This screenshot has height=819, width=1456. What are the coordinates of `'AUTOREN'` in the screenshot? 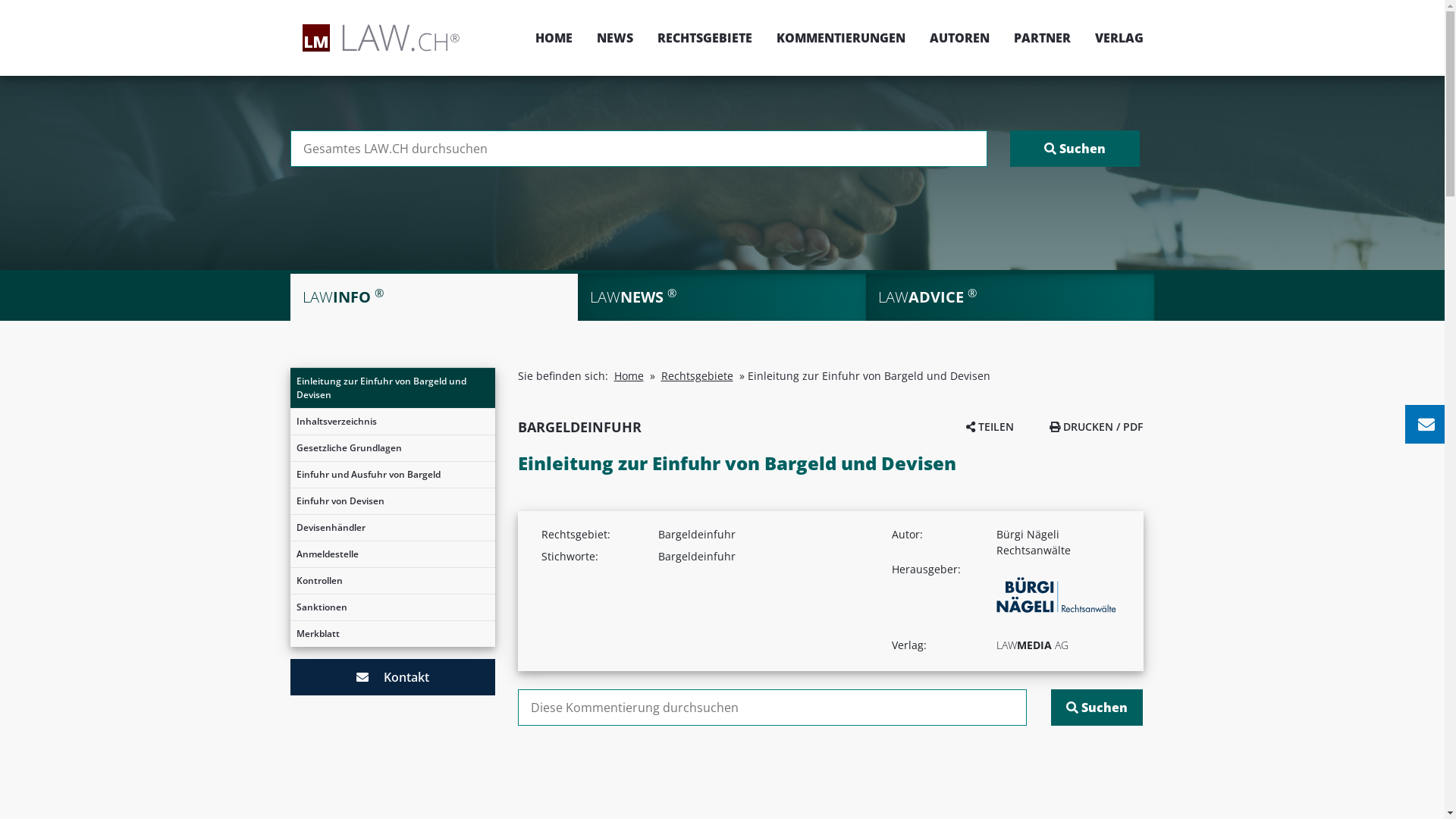 It's located at (959, 37).